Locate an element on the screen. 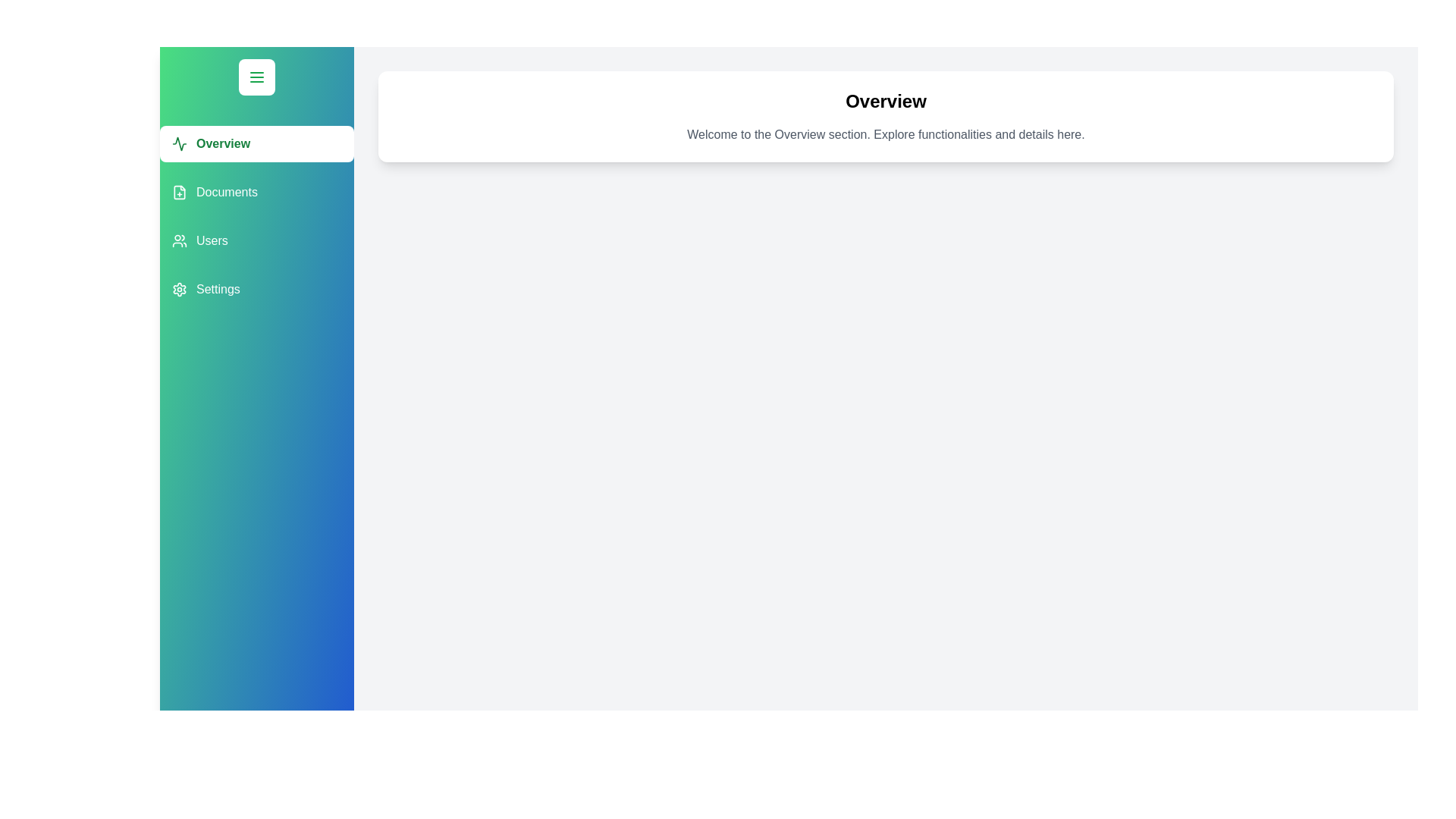  the section Settings in the drawer to navigate to it is located at coordinates (257, 289).